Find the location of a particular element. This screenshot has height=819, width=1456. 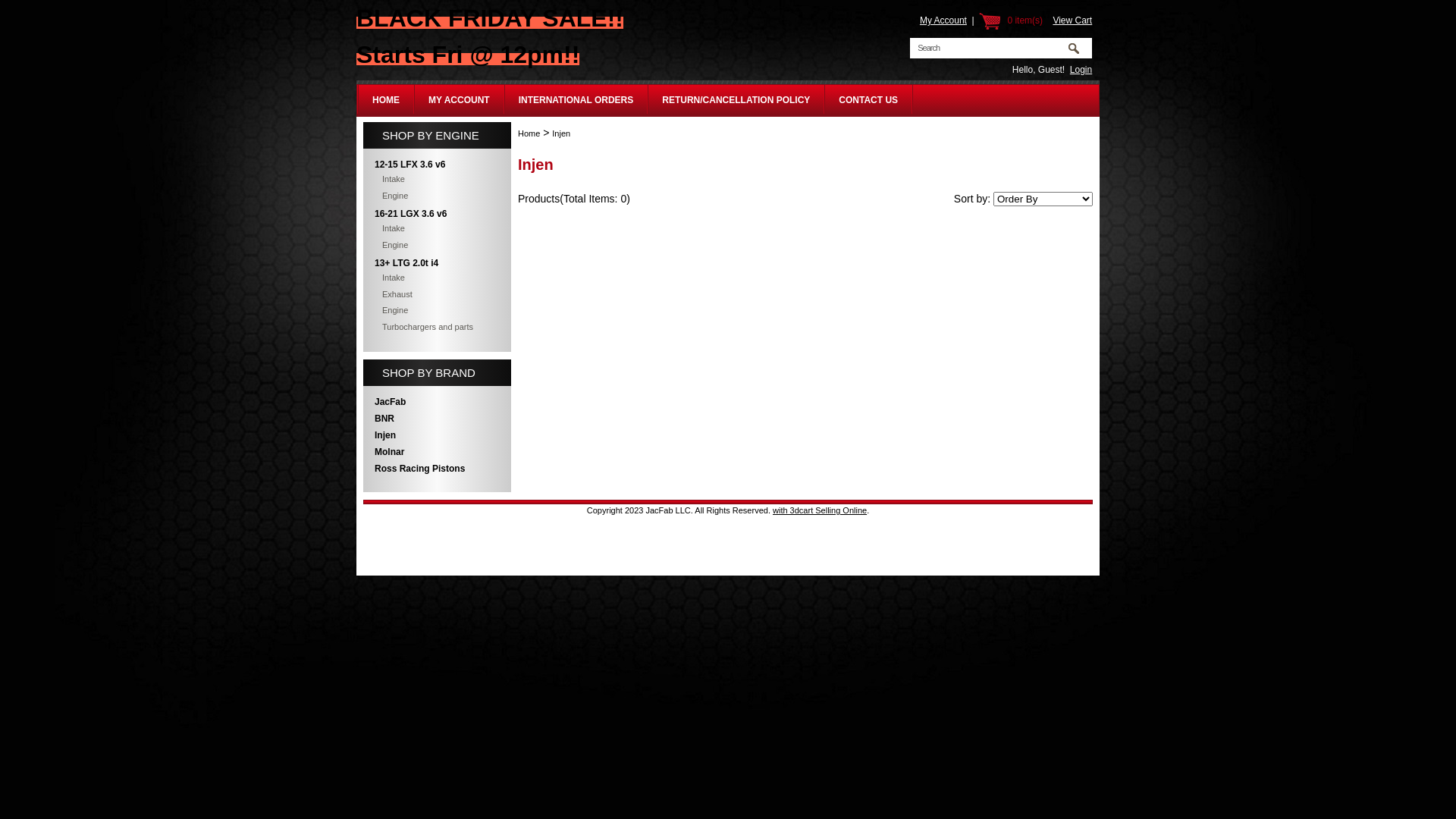

'Turbochargers and parts' is located at coordinates (436, 325).